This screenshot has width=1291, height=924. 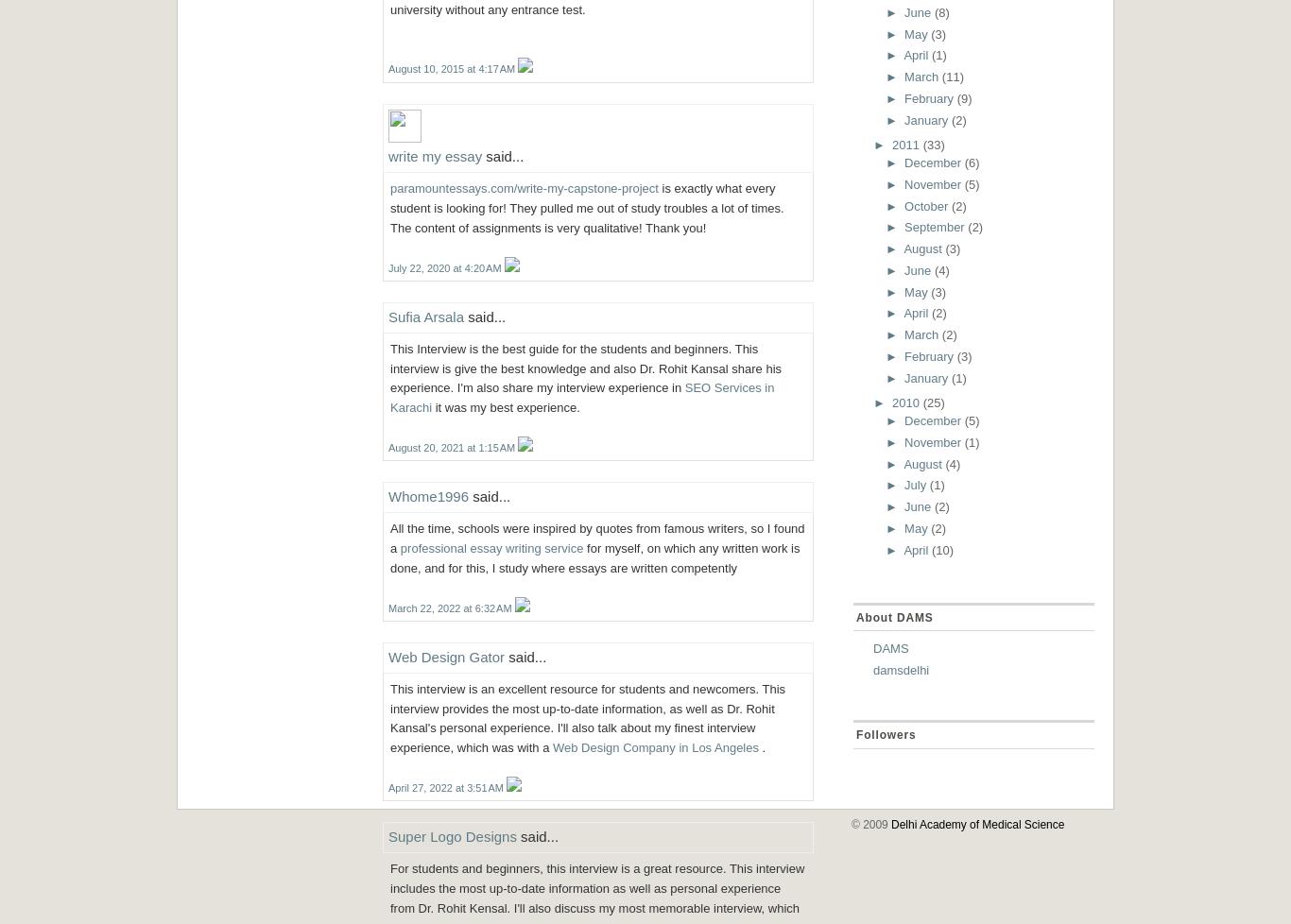 What do you see at coordinates (594, 557) in the screenshot?
I see `'for myself, on which any written work is done, and for this, I study where essays are written competently'` at bounding box center [594, 557].